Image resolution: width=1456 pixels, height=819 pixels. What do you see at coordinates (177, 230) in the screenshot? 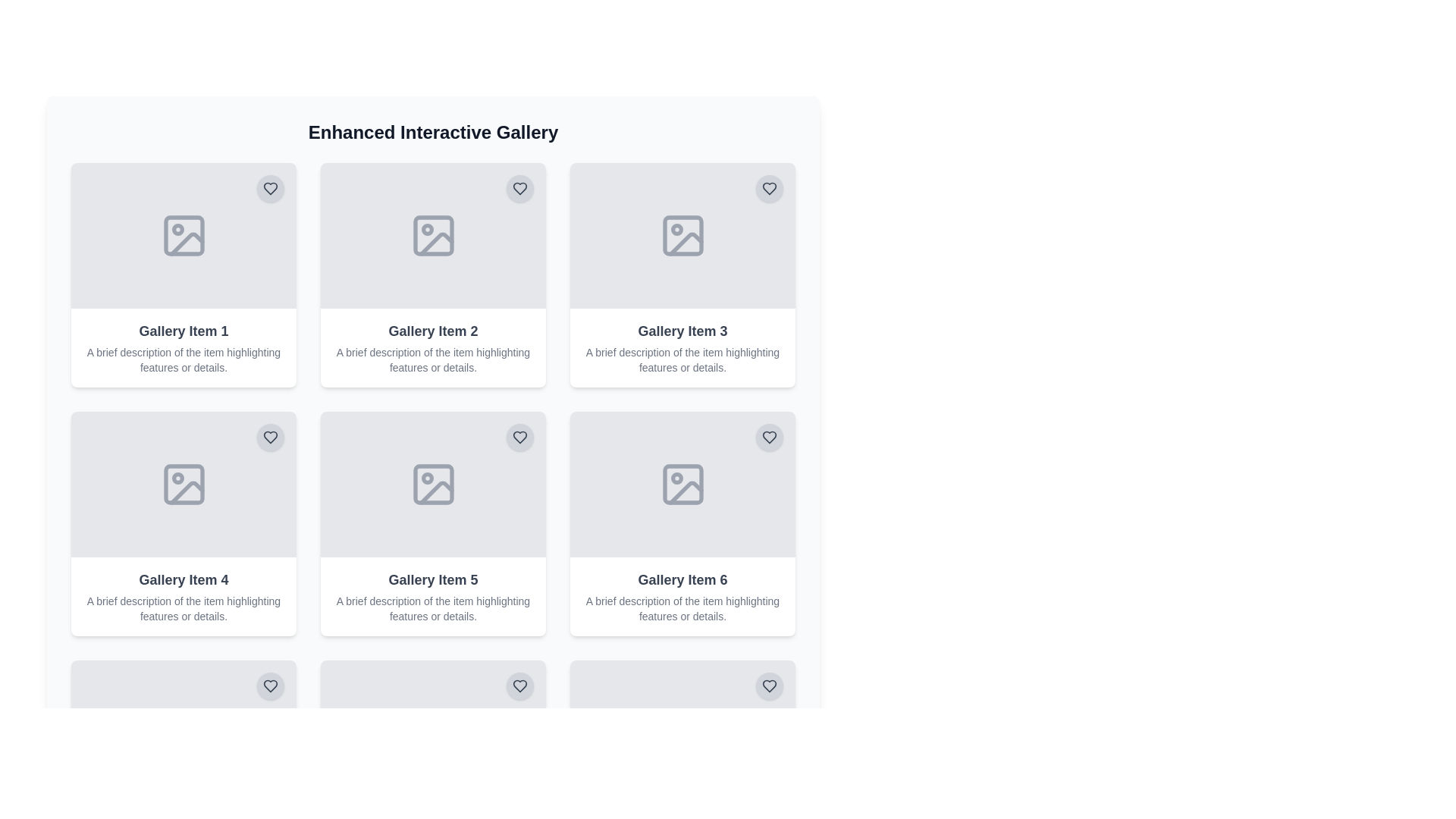
I see `the circular graphical icon located in the top-left part of the first icon in the 'Gallery Item 1' panel` at bounding box center [177, 230].